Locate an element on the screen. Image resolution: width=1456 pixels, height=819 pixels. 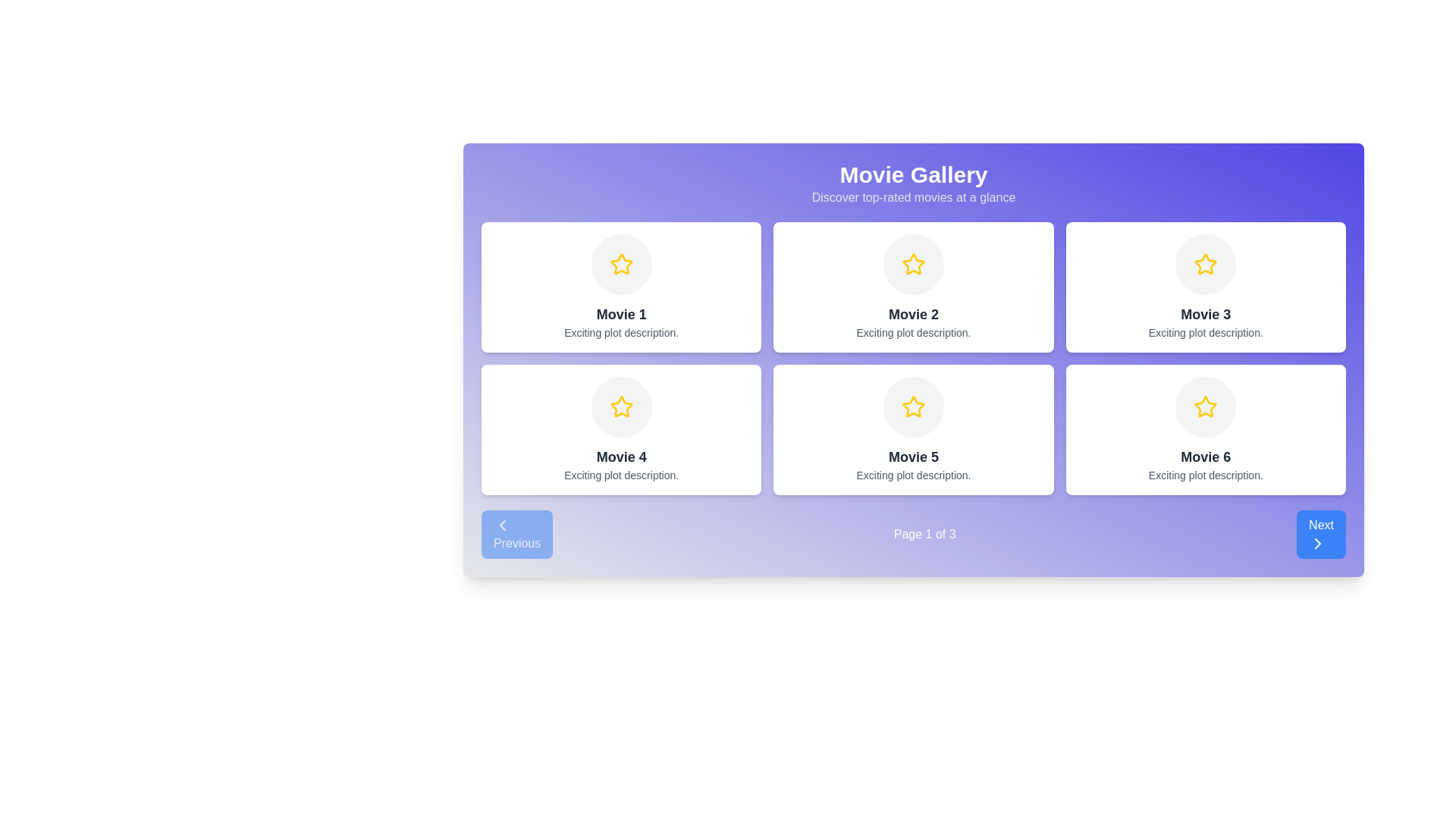
the interactive star icon representing the rating or marking preference for 'Movie 2' in the first row, second column of the grid layout is located at coordinates (912, 263).